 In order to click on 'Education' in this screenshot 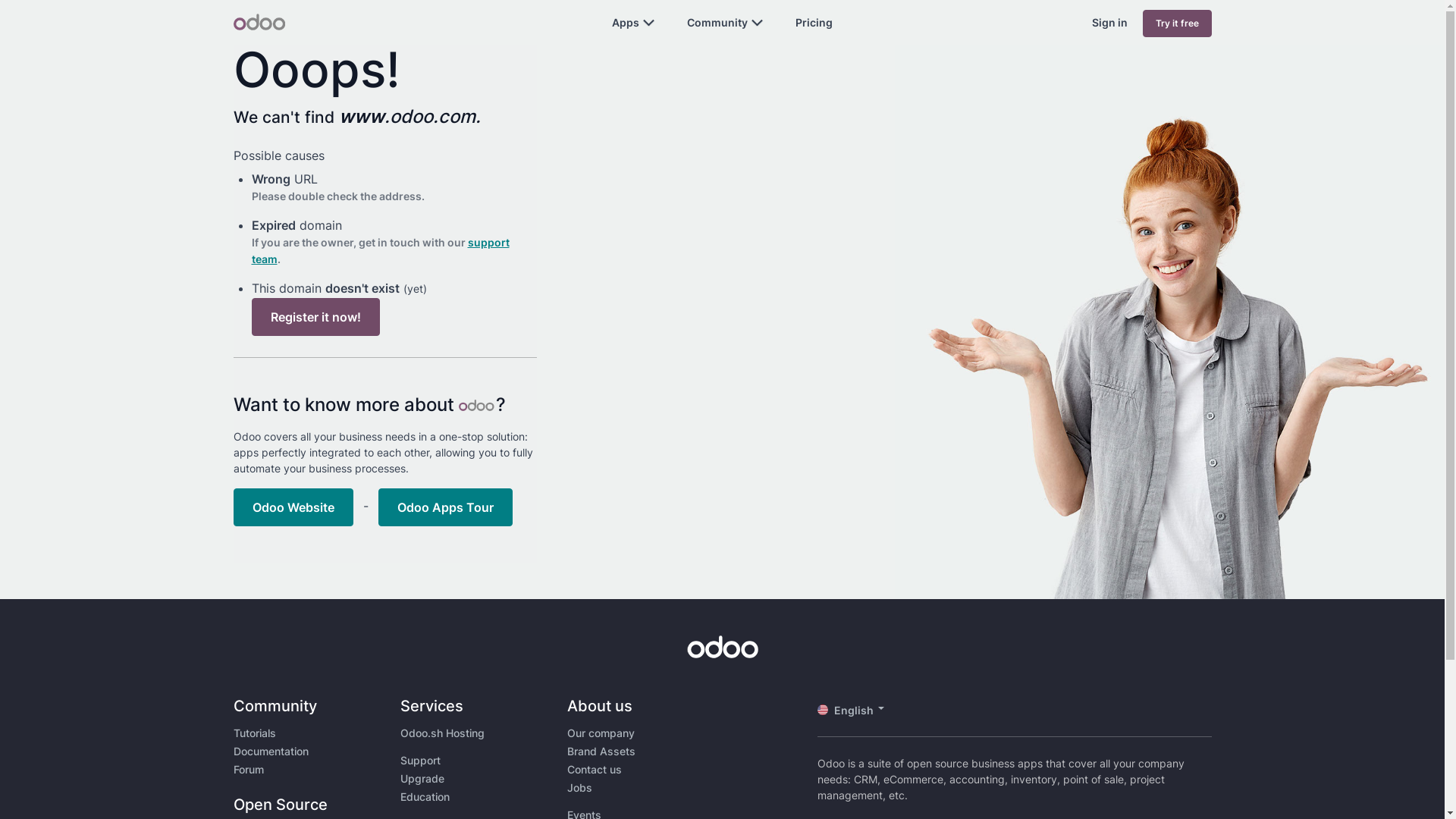, I will do `click(425, 795)`.